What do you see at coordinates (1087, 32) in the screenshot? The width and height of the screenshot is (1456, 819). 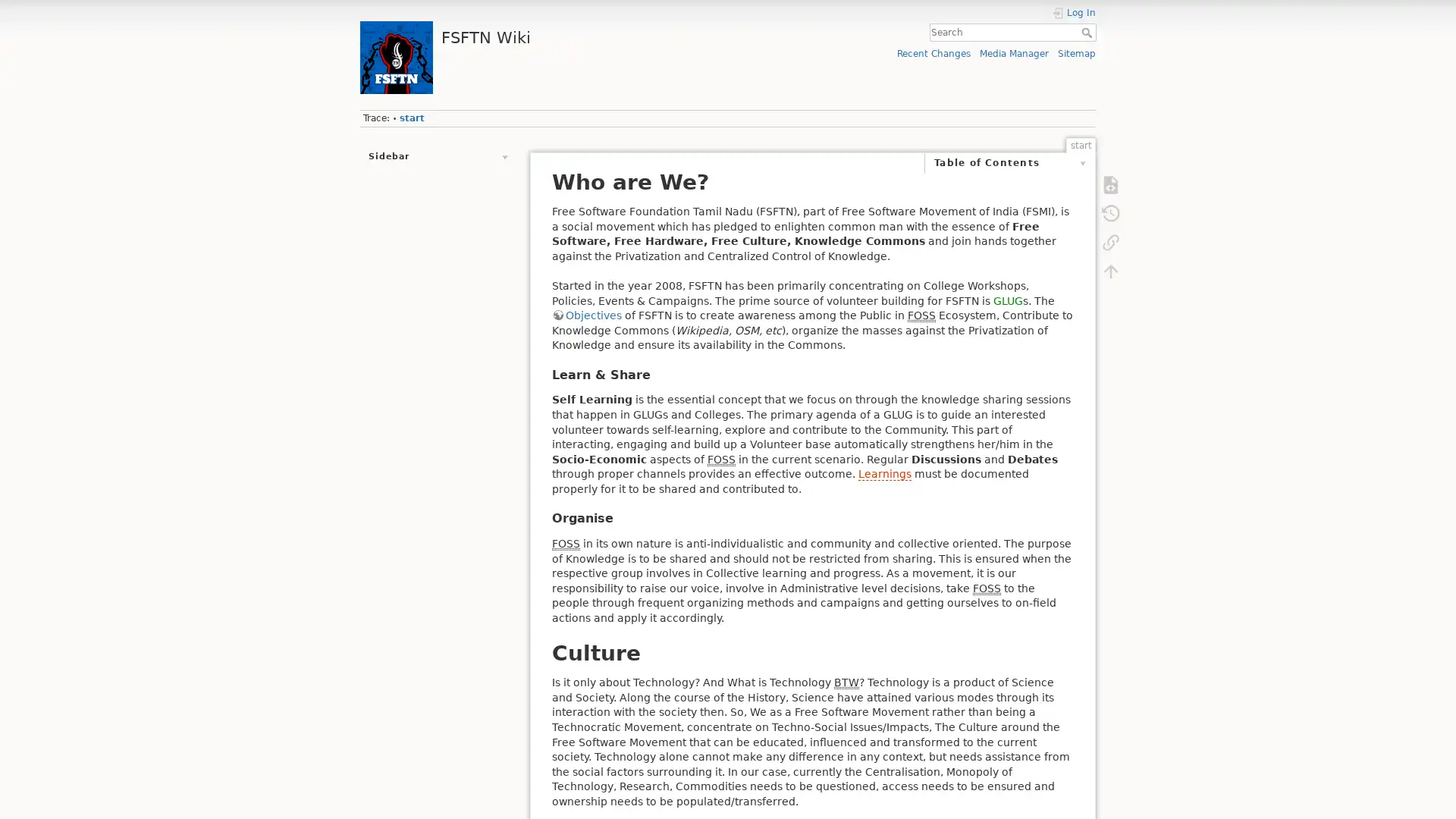 I see `Search` at bounding box center [1087, 32].